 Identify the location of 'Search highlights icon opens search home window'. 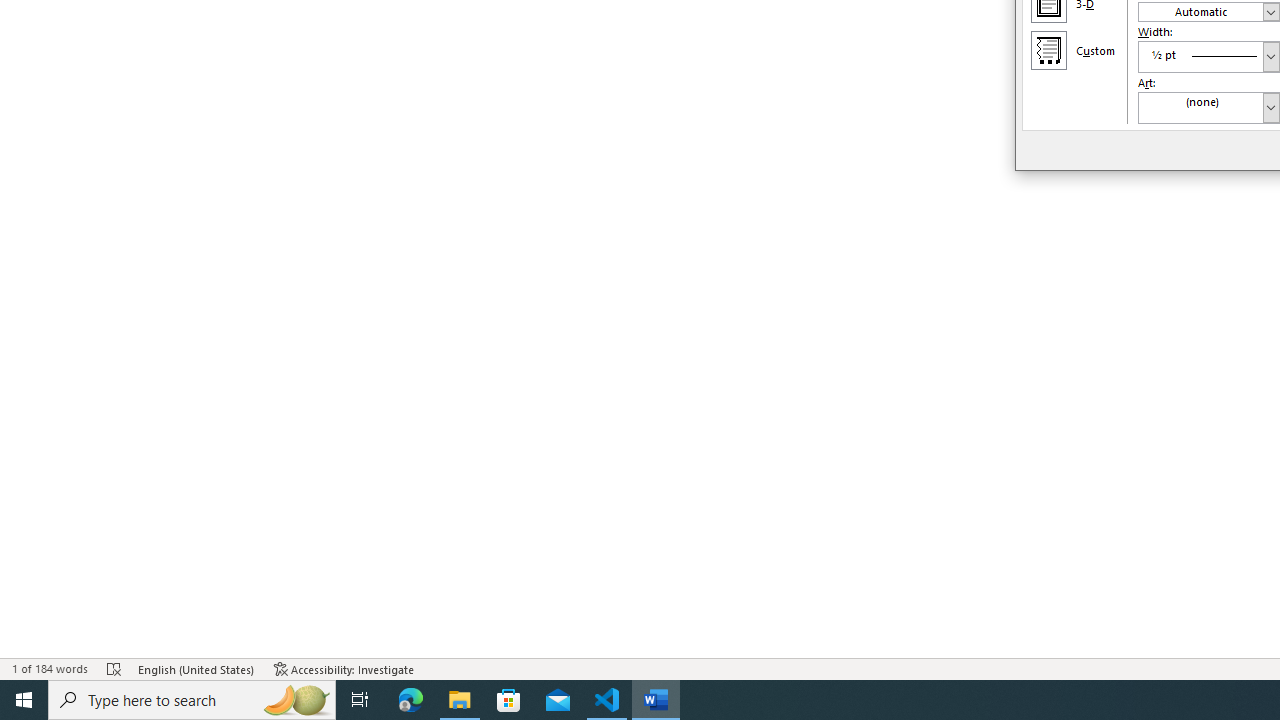
(294, 698).